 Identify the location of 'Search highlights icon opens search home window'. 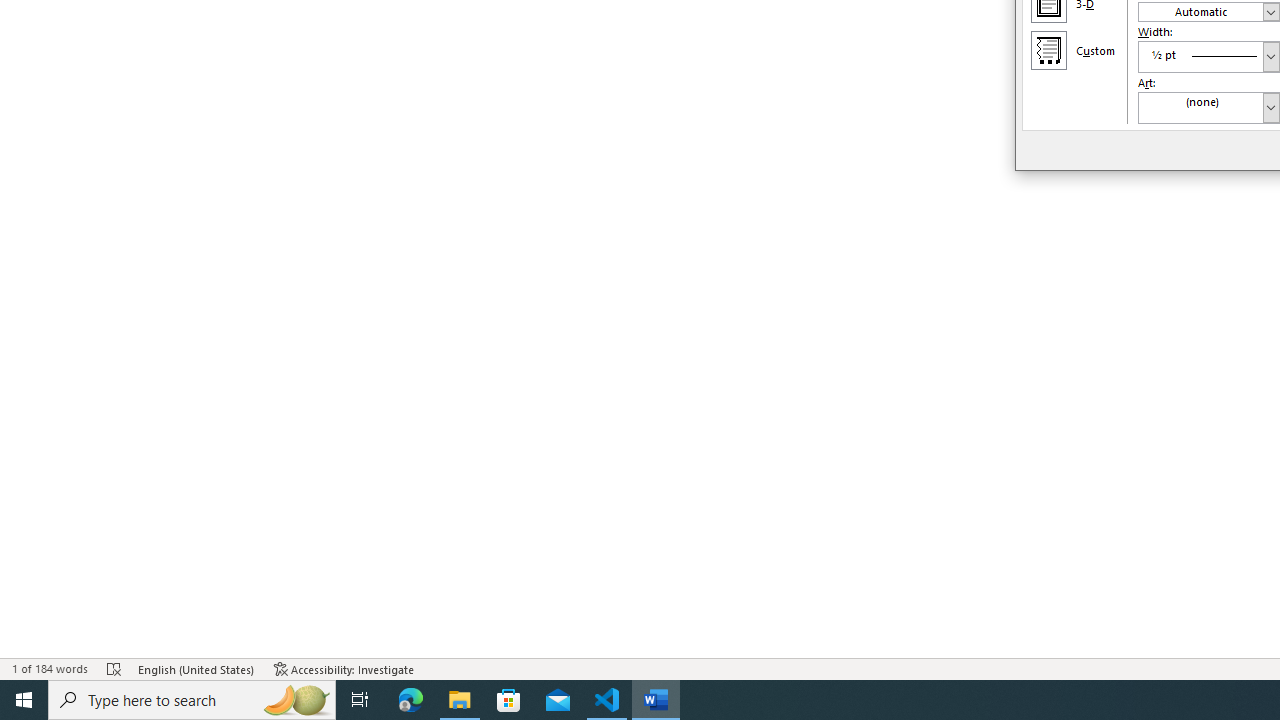
(294, 698).